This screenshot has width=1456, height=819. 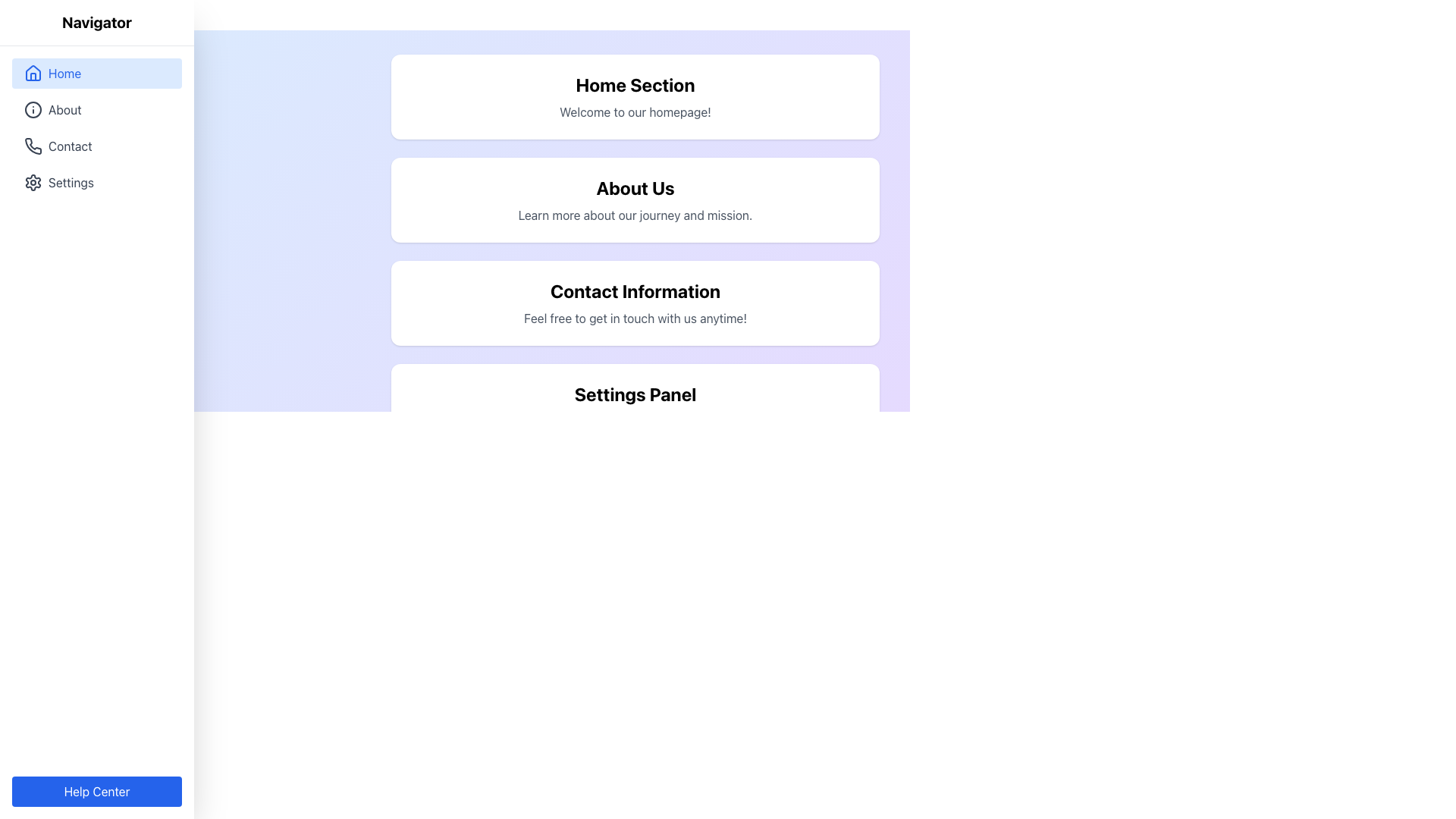 What do you see at coordinates (635, 111) in the screenshot?
I see `welcoming message located in the 'Home Section' directly below the title 'Home Section'` at bounding box center [635, 111].